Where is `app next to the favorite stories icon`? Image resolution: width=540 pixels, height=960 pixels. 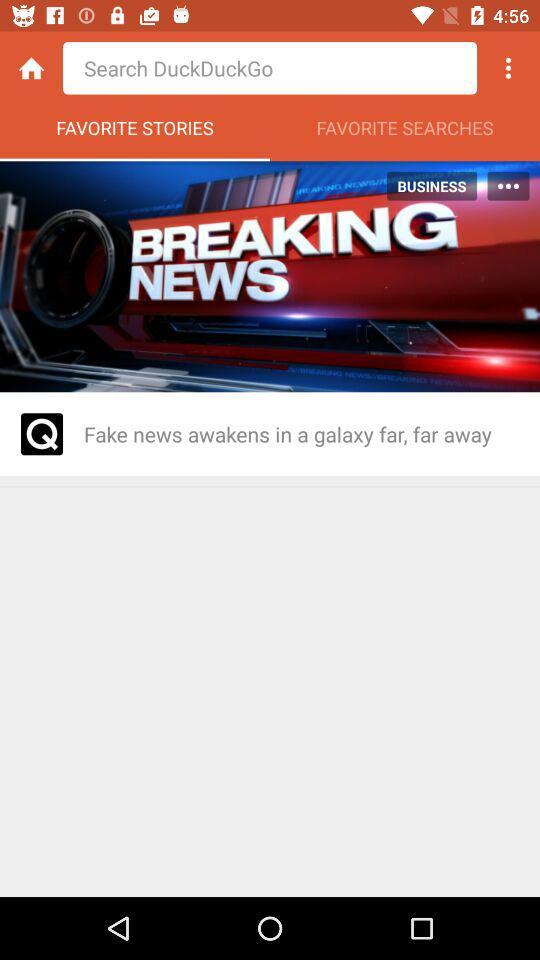 app next to the favorite stories icon is located at coordinates (405, 132).